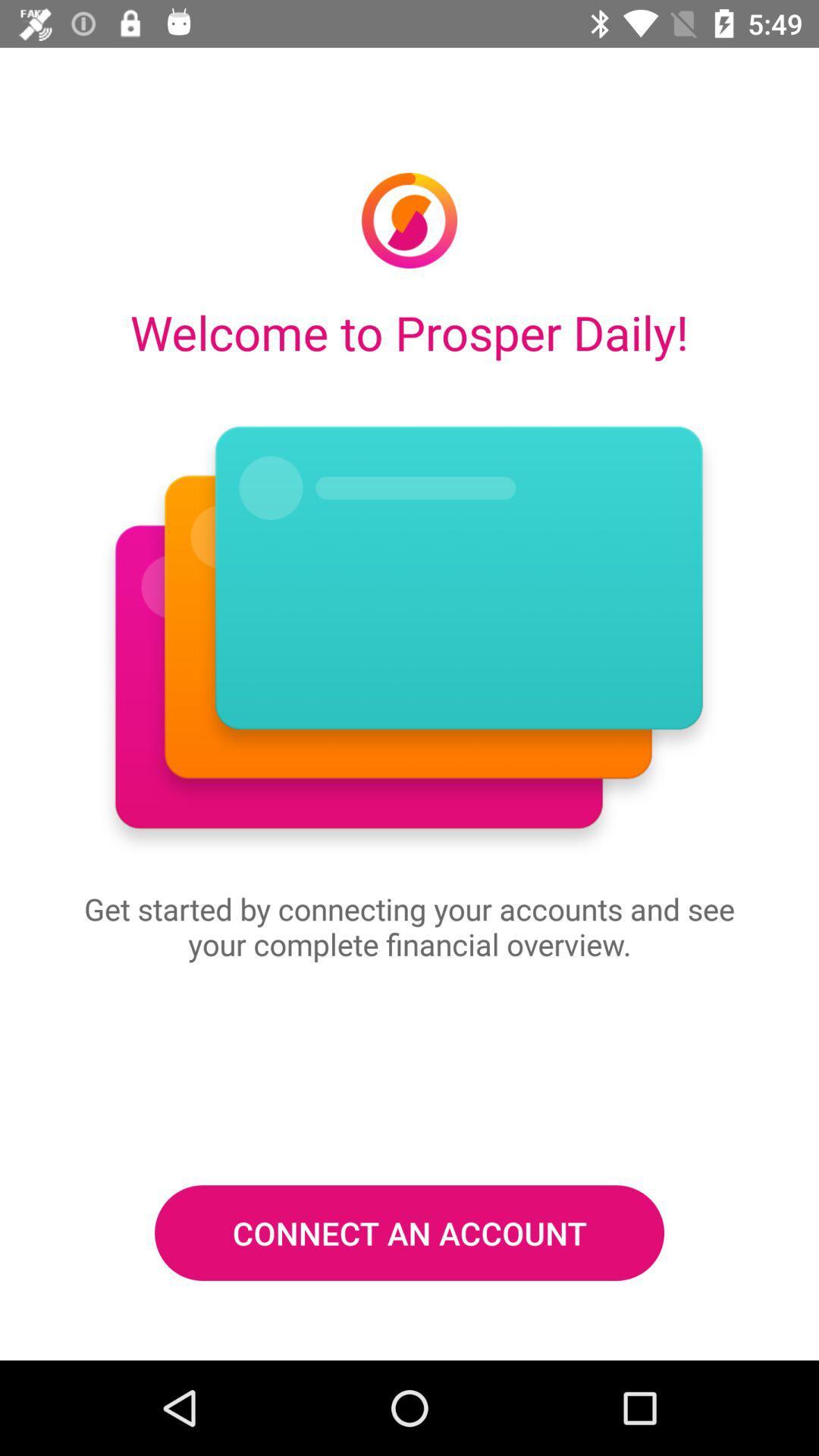 This screenshot has height=1456, width=819. What do you see at coordinates (409, 1233) in the screenshot?
I see `connect an account icon` at bounding box center [409, 1233].